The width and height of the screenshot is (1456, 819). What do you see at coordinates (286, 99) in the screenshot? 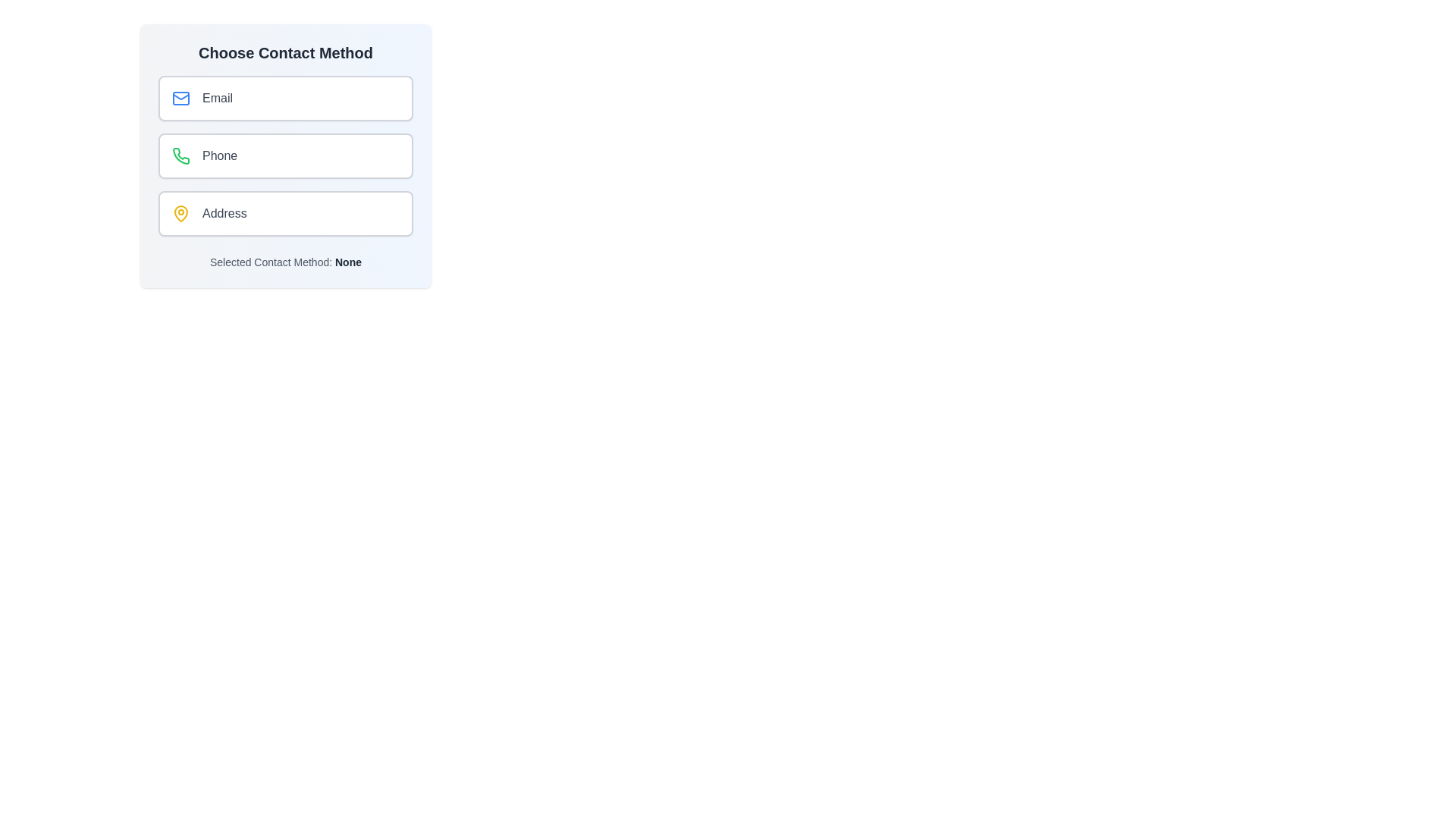
I see `the contact method Email by clicking on its corresponding chip` at bounding box center [286, 99].